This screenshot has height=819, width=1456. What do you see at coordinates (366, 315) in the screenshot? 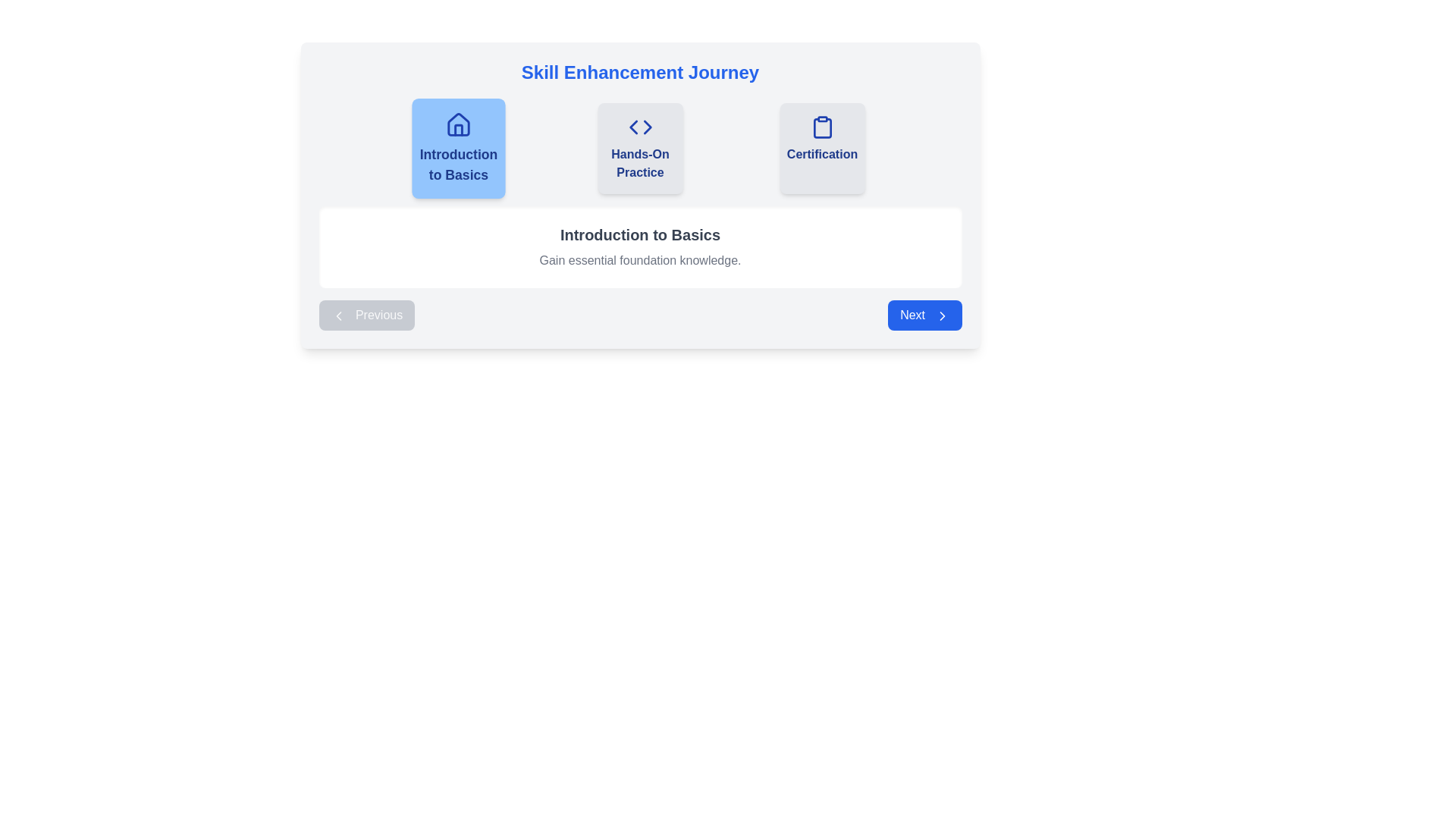
I see `the navigation button located at the bottom left of the section` at bounding box center [366, 315].